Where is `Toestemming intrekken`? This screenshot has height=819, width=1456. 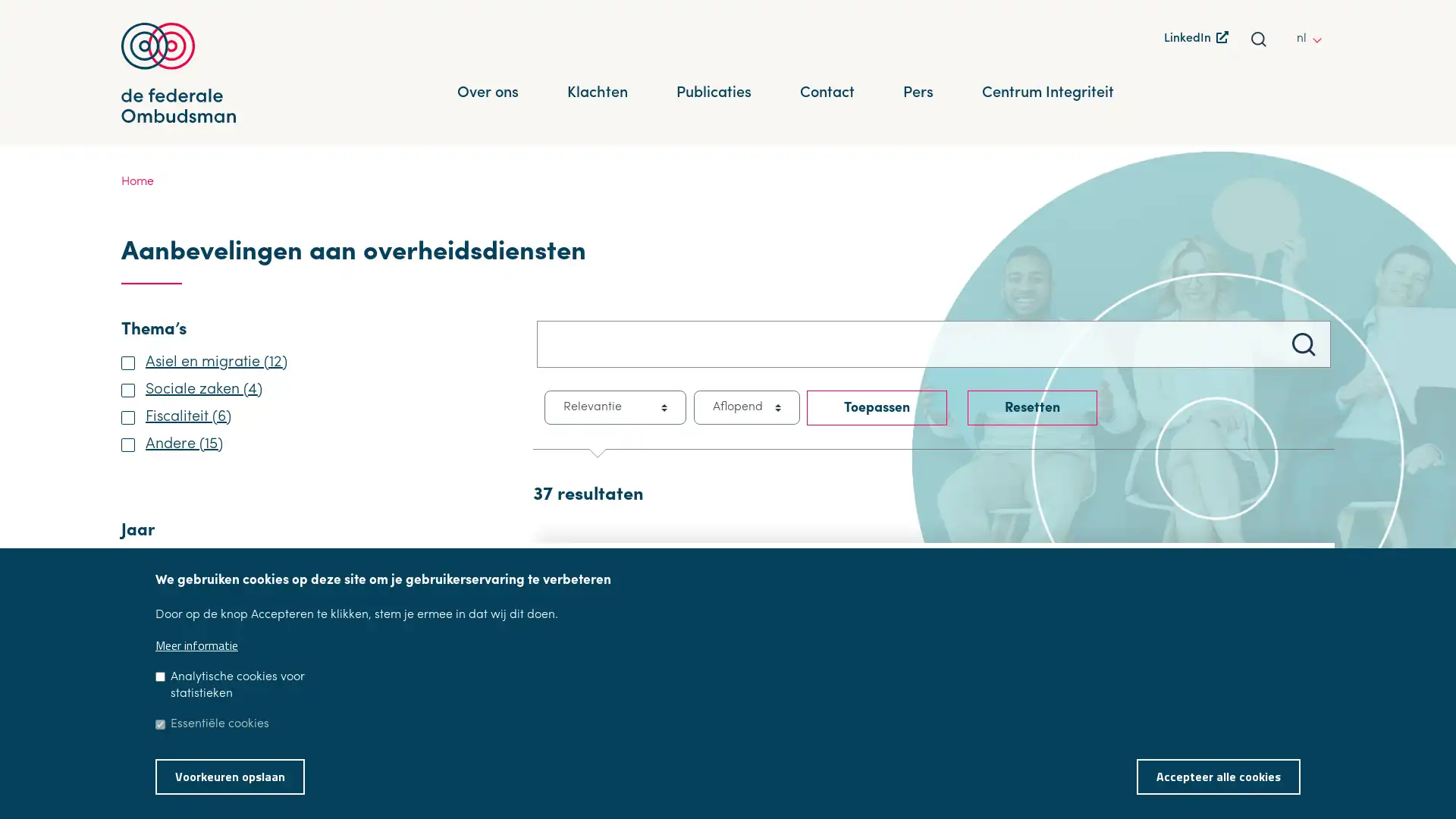
Toestemming intrekken is located at coordinates (1319, 766).